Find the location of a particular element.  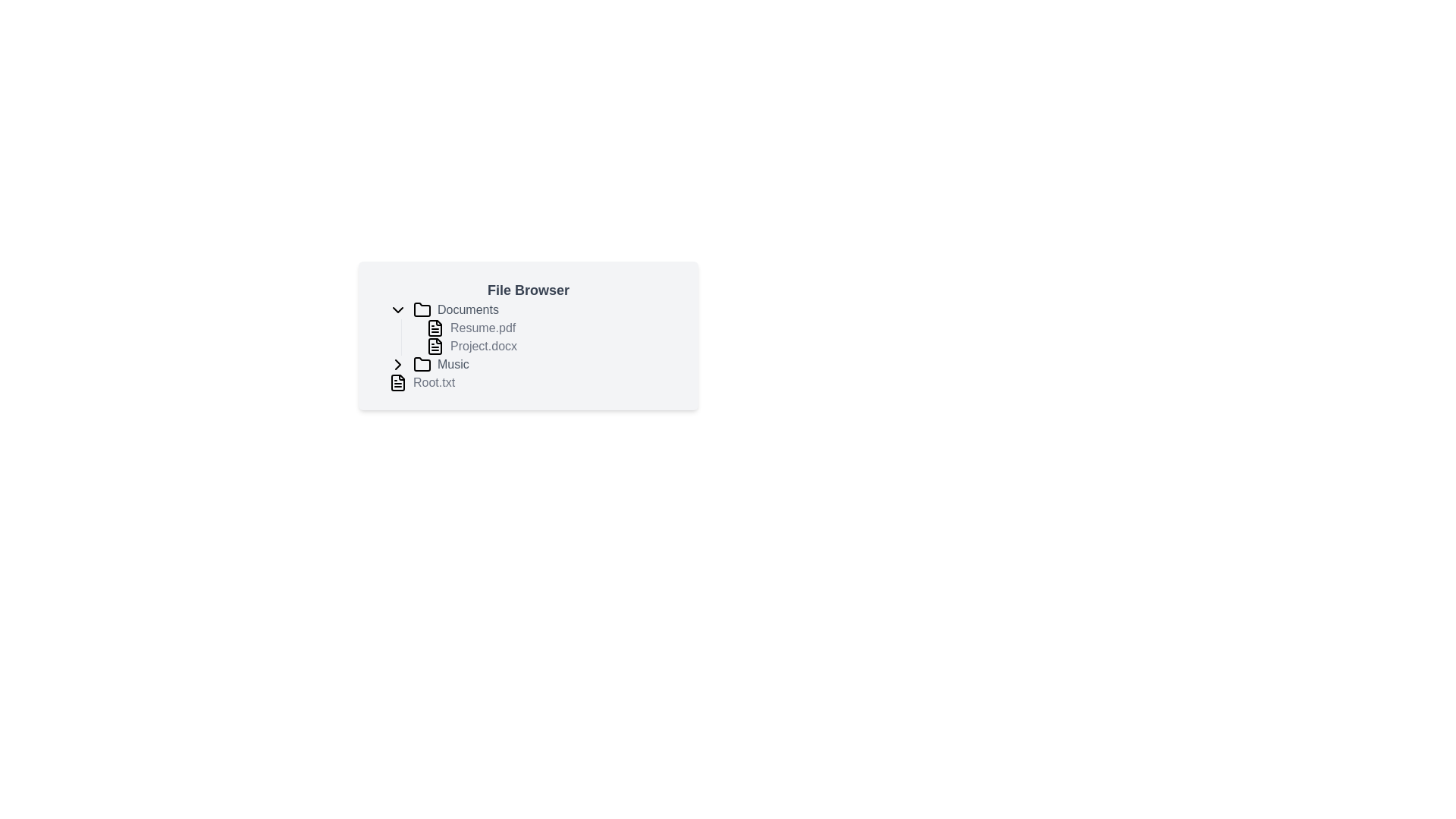

the file icon representing 'Root.txt' in the file browser interface is located at coordinates (397, 382).